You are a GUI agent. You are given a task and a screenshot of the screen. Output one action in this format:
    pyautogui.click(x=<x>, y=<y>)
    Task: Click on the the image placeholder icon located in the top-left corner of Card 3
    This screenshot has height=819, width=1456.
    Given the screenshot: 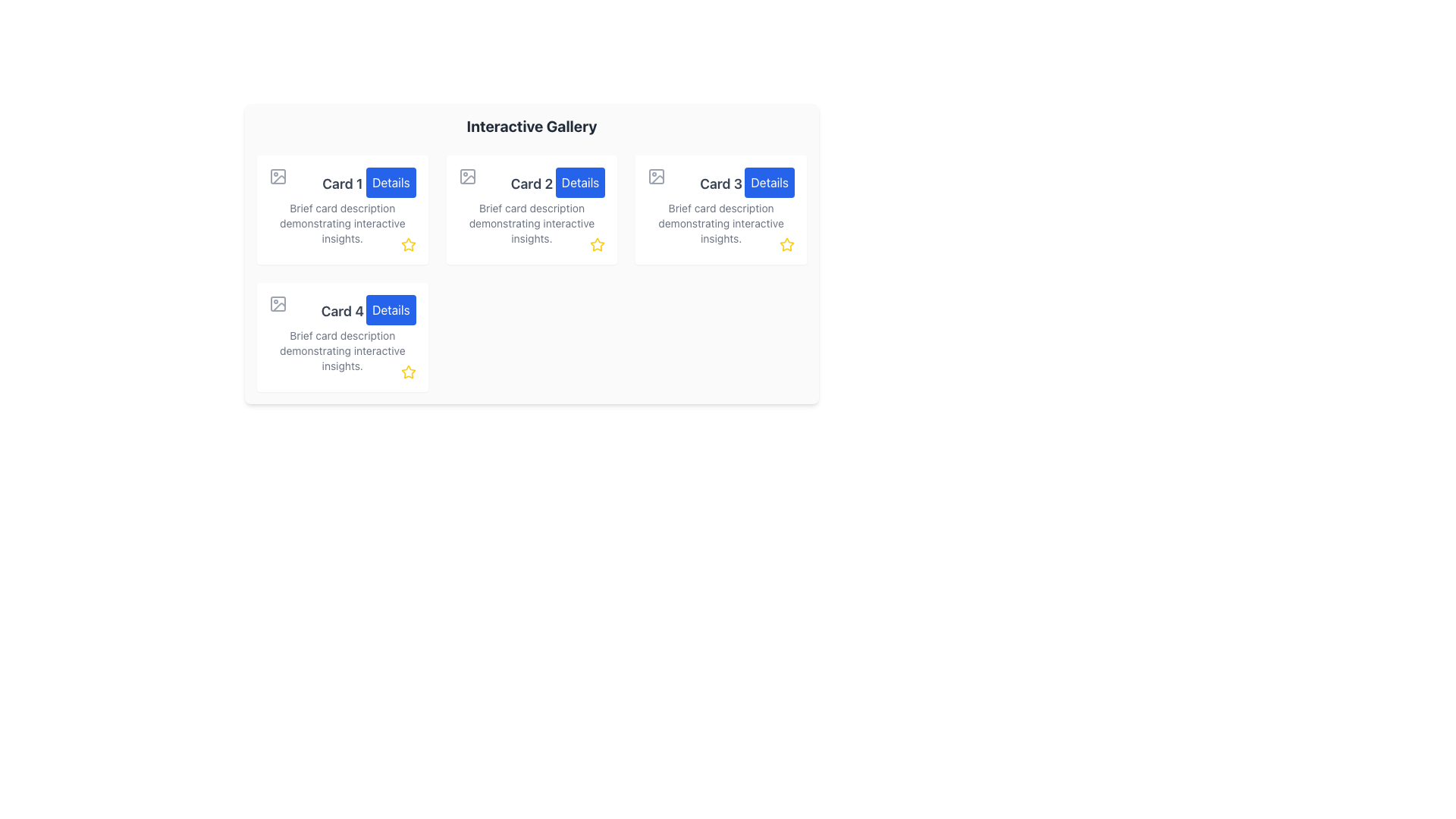 What is the action you would take?
    pyautogui.click(x=657, y=175)
    